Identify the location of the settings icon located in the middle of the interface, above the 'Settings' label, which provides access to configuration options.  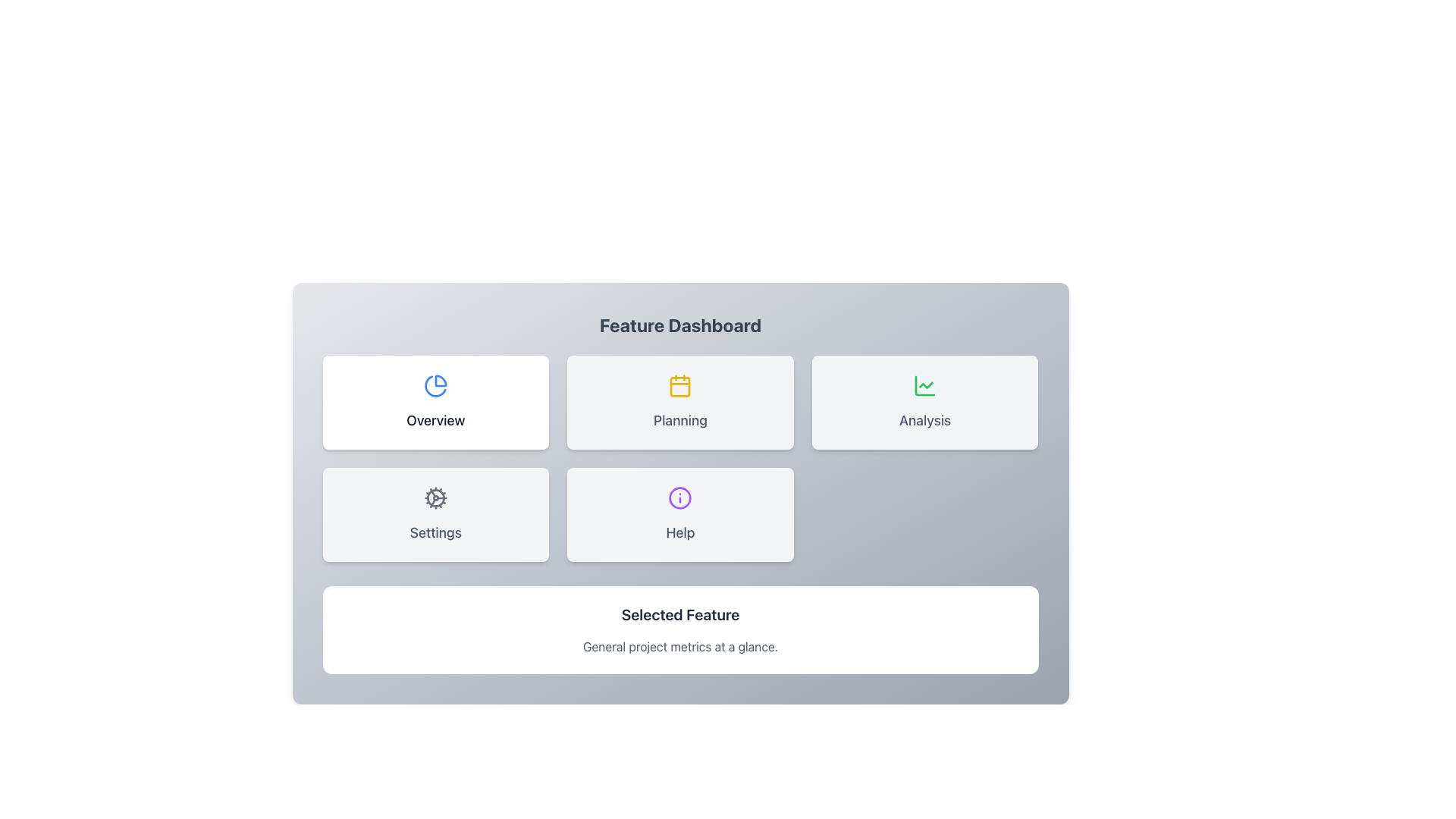
(435, 497).